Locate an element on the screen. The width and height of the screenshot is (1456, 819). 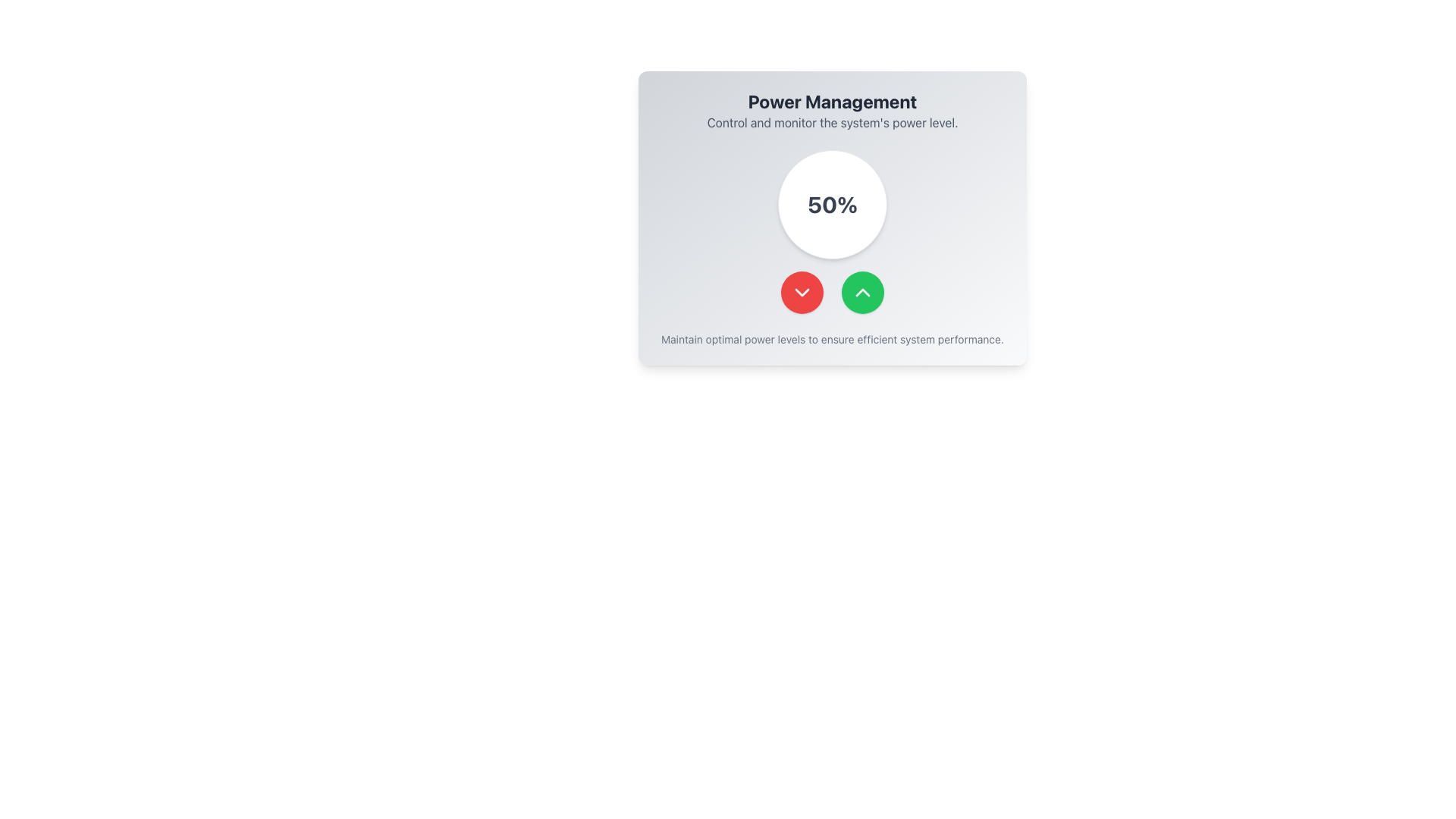
the circular green button with a white upward arrow icon located in the 'Power Management' interface, which is the second button at the bottom right of the red downward arrow button is located at coordinates (862, 292).